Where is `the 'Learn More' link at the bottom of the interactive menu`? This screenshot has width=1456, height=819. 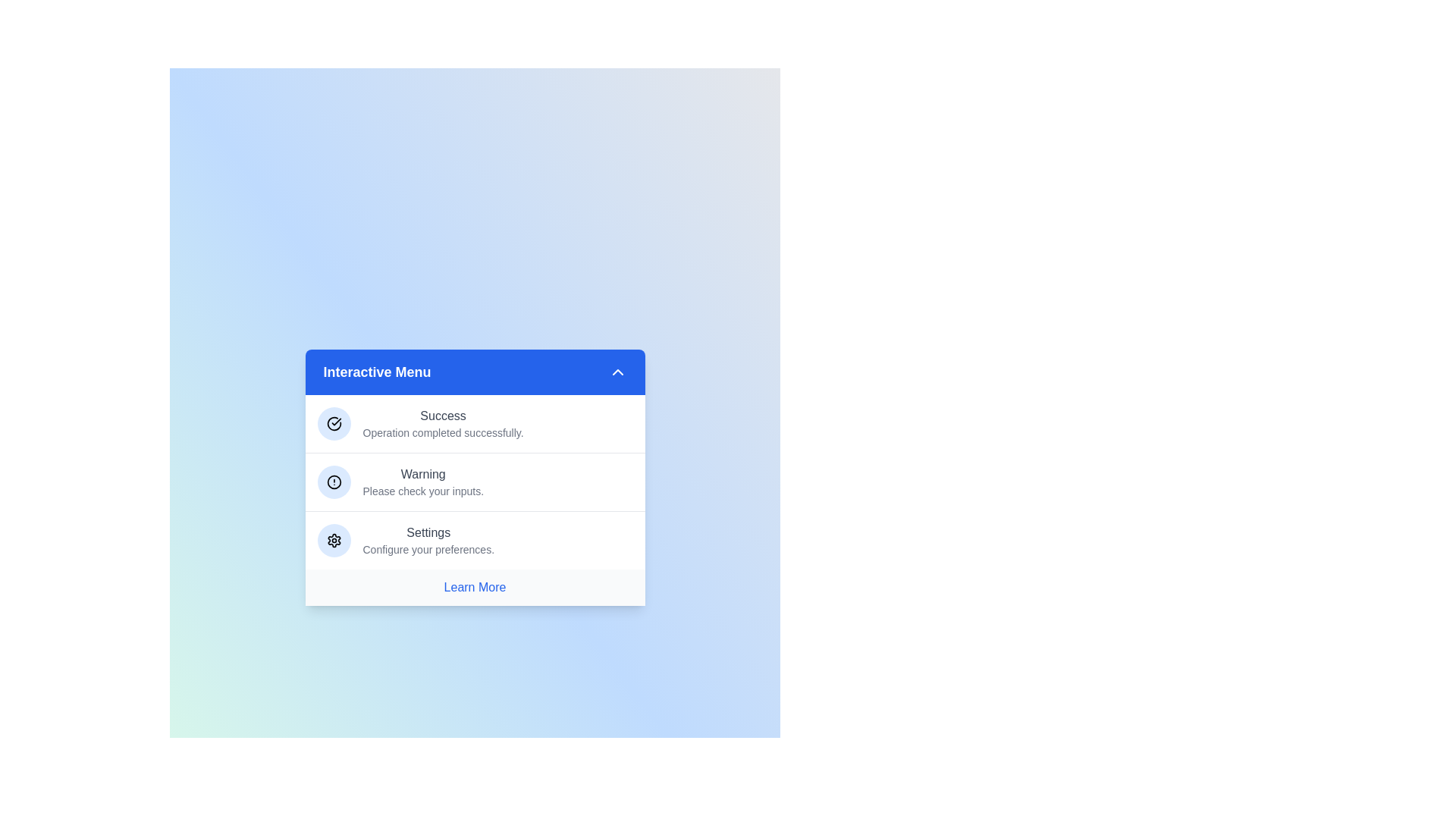
the 'Learn More' link at the bottom of the interactive menu is located at coordinates (474, 587).